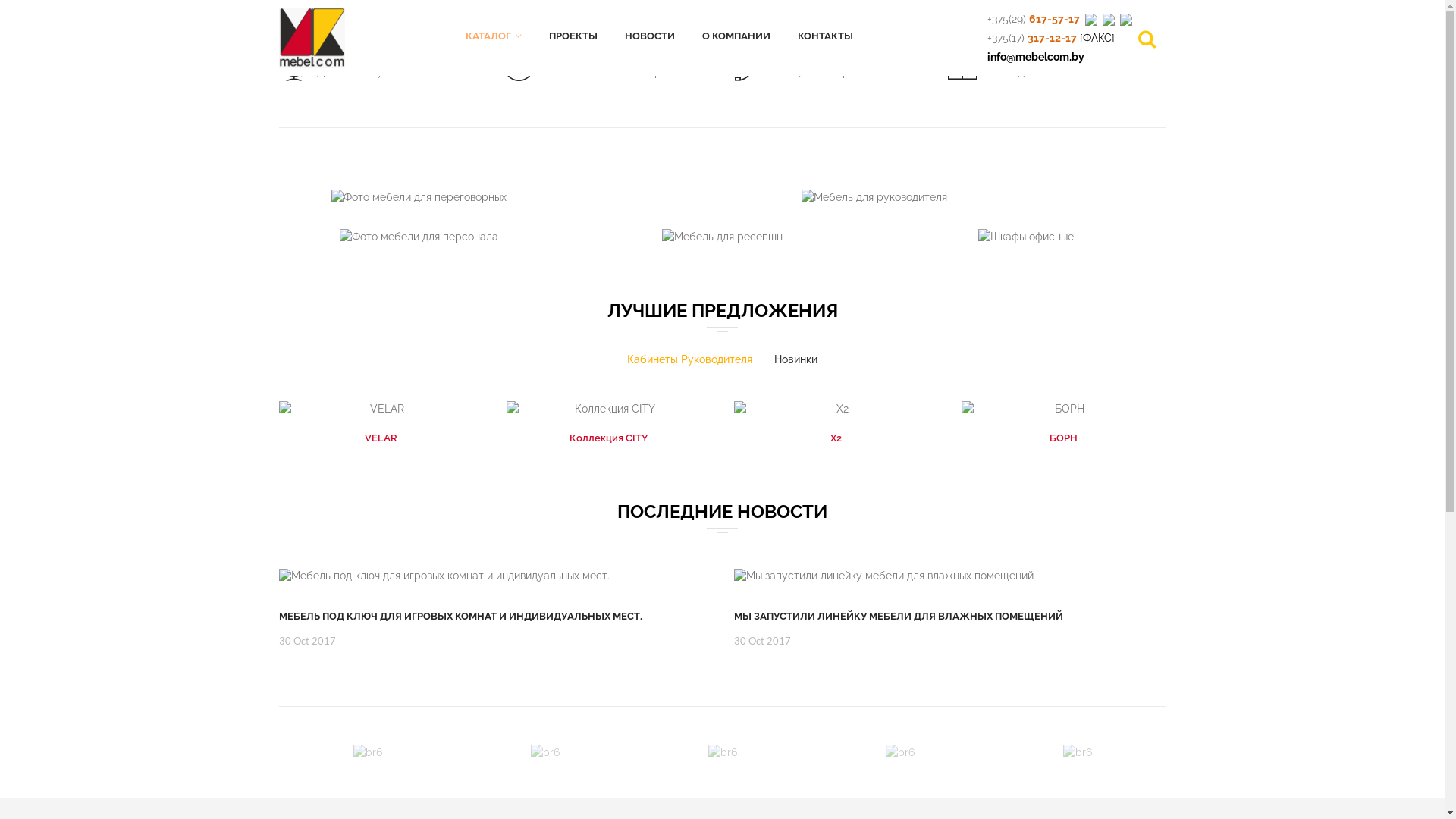  What do you see at coordinates (1035, 55) in the screenshot?
I see `'info@mebelcom.by'` at bounding box center [1035, 55].